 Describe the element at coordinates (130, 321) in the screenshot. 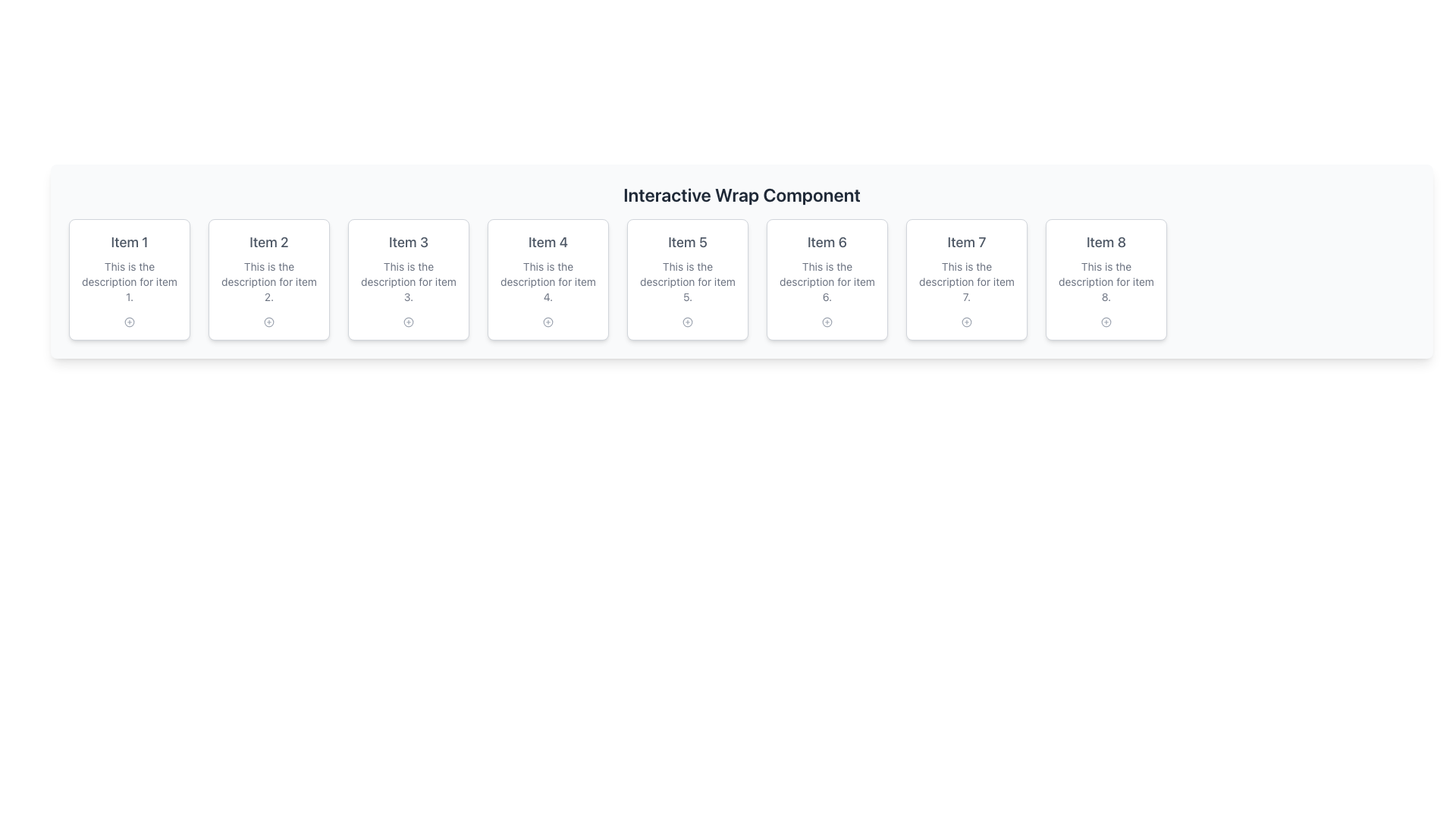

I see `the circular icon with a plus symbol inside, located at the center of the 'Item 1' card` at that location.